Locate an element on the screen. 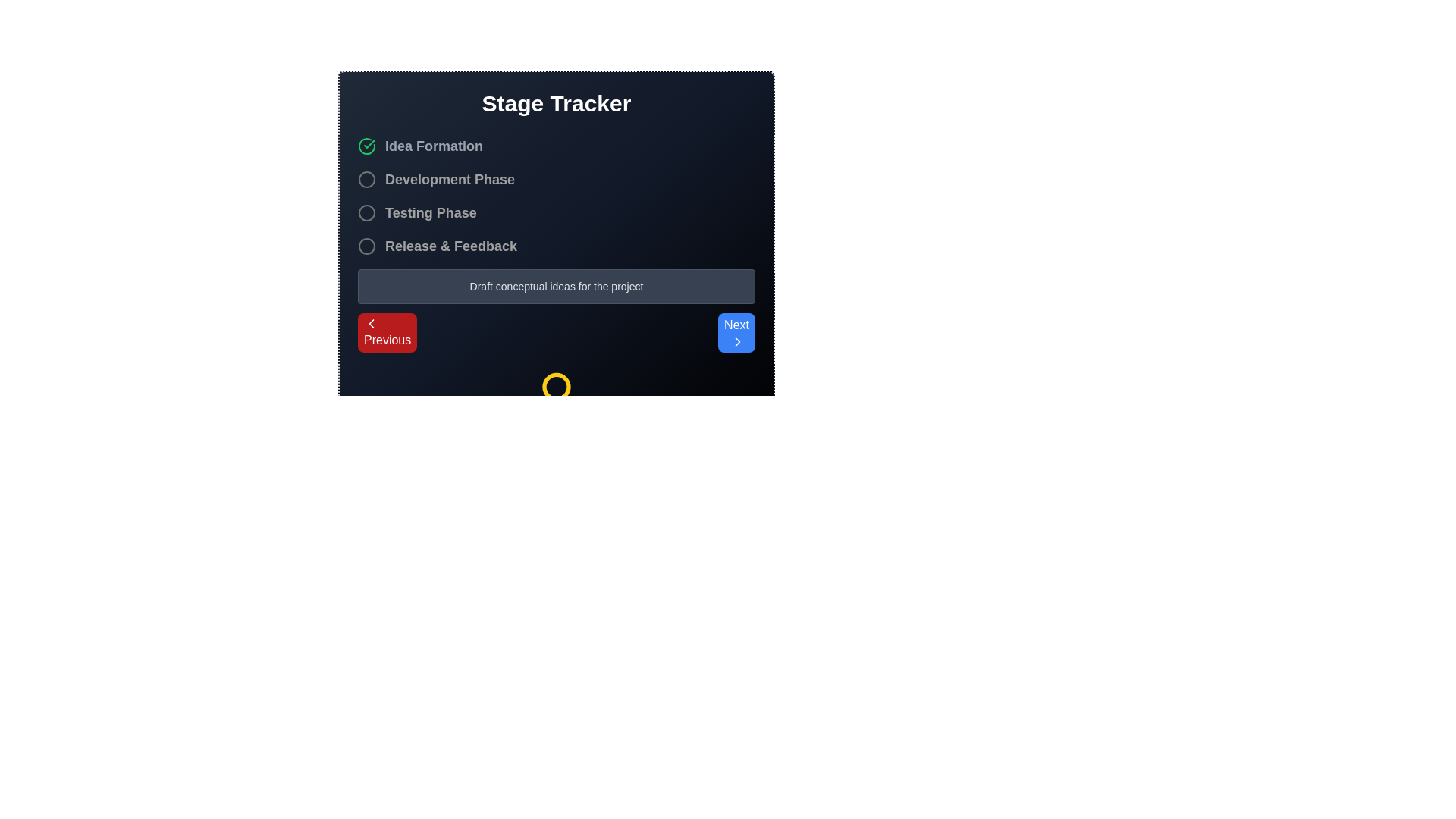 The width and height of the screenshot is (1456, 819). the award or achievement icon located at the bottom of the interface, directly beneath the 'Draft conceptual ideas for the project' text input area is located at coordinates (556, 394).